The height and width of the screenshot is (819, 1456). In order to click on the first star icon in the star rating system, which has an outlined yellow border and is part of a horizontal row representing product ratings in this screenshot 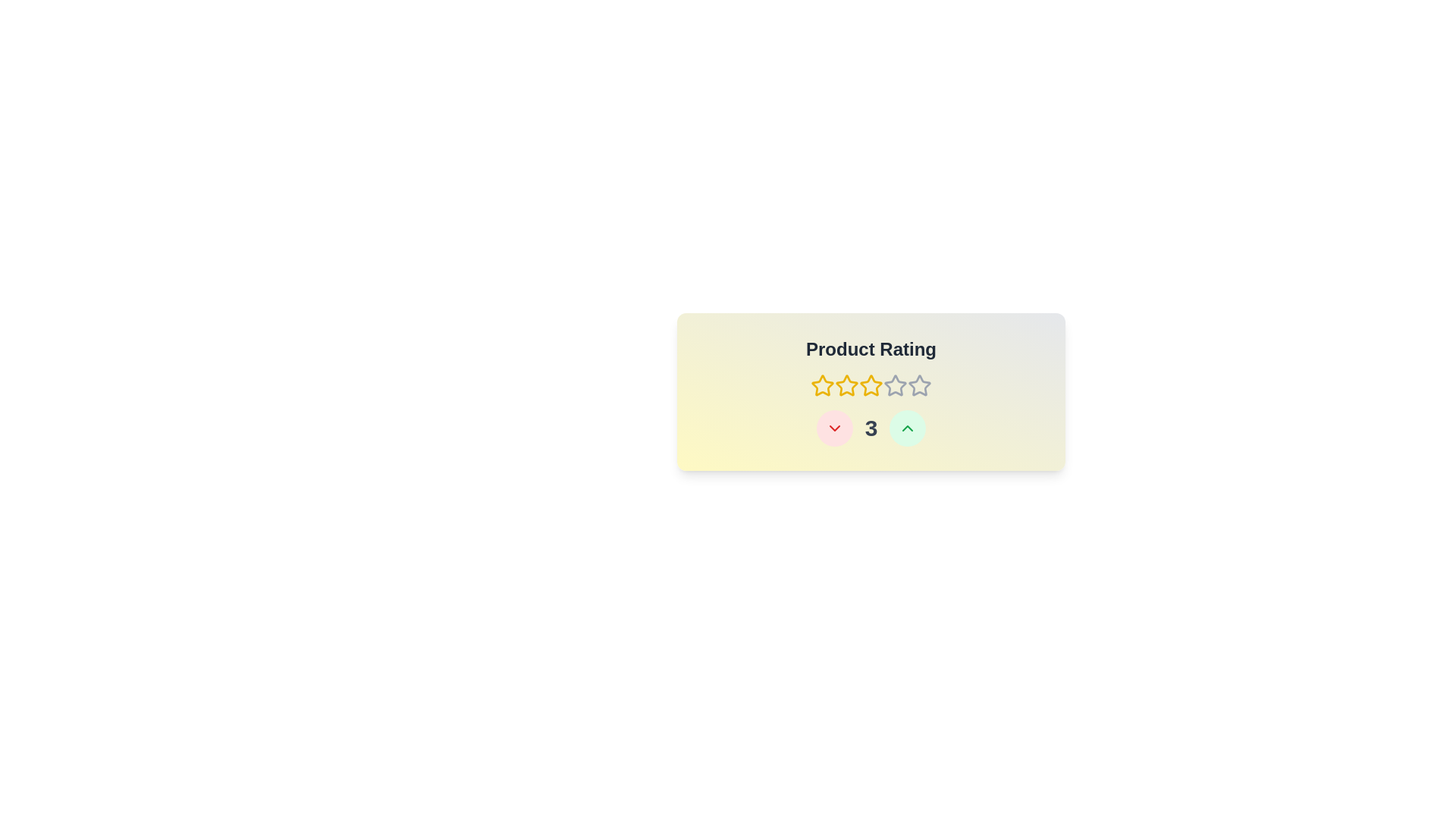, I will do `click(821, 384)`.